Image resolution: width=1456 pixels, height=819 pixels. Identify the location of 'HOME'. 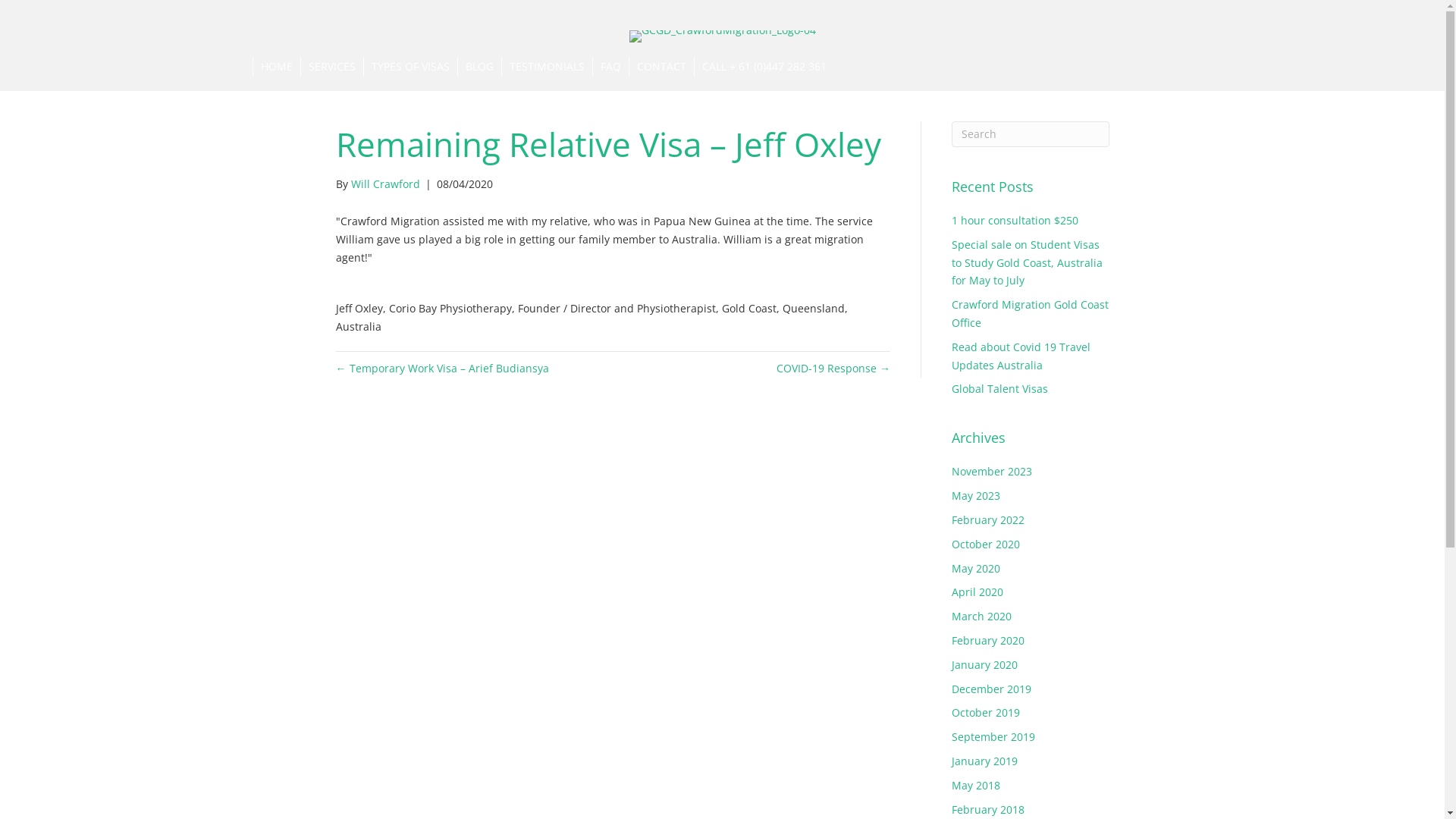
(275, 66).